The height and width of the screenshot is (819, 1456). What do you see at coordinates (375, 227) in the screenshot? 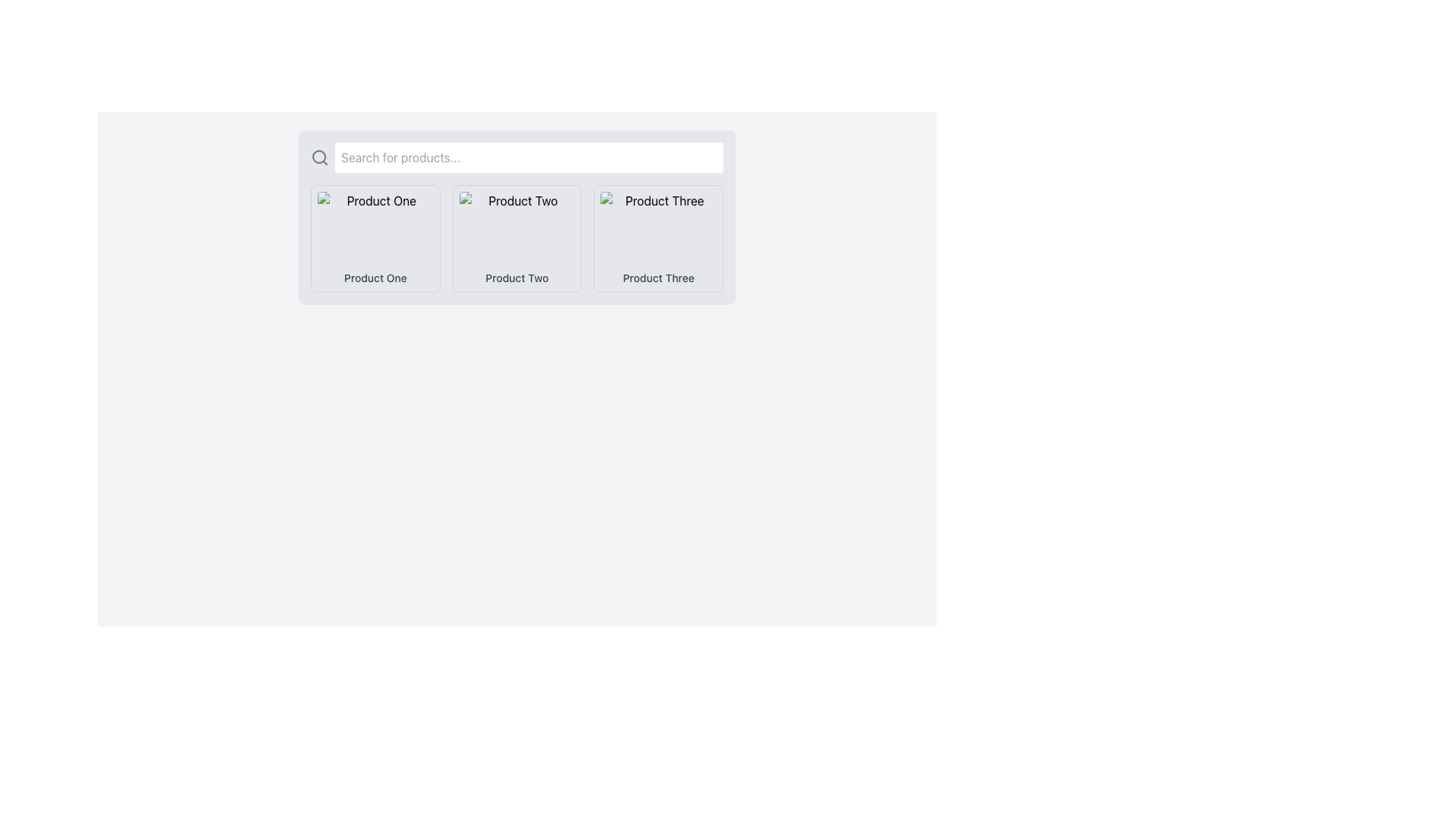
I see `the image box displaying 'Product One'` at bounding box center [375, 227].